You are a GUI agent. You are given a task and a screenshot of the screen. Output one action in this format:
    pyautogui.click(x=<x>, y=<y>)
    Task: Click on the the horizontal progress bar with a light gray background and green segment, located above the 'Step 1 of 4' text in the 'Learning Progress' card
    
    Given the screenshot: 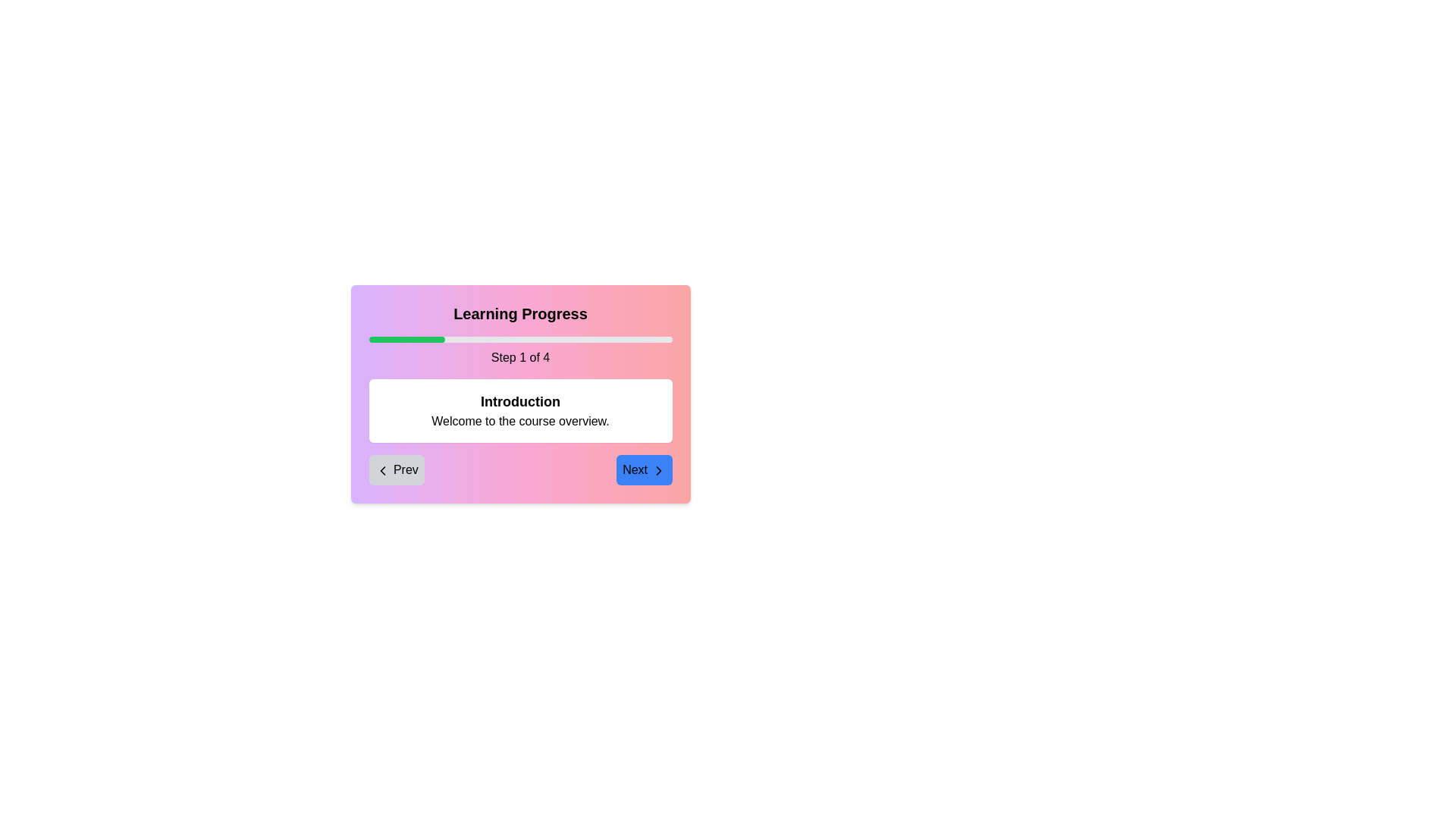 What is the action you would take?
    pyautogui.click(x=520, y=338)
    